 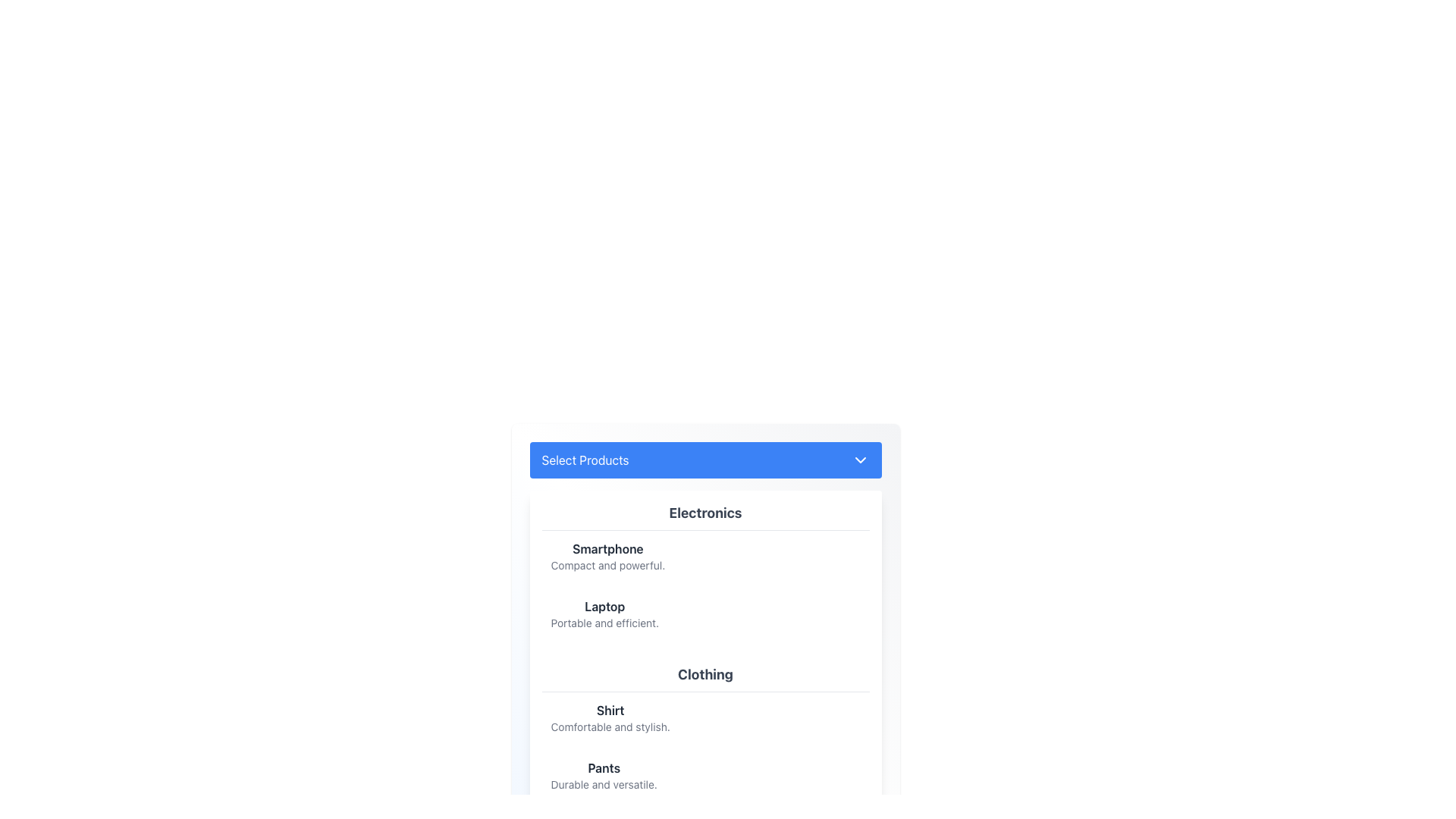 What do you see at coordinates (607, 565) in the screenshot?
I see `text content of the Text label element displaying 'Compact and powerful.' which is located below the item title 'Smartphone' in the Electronics section` at bounding box center [607, 565].